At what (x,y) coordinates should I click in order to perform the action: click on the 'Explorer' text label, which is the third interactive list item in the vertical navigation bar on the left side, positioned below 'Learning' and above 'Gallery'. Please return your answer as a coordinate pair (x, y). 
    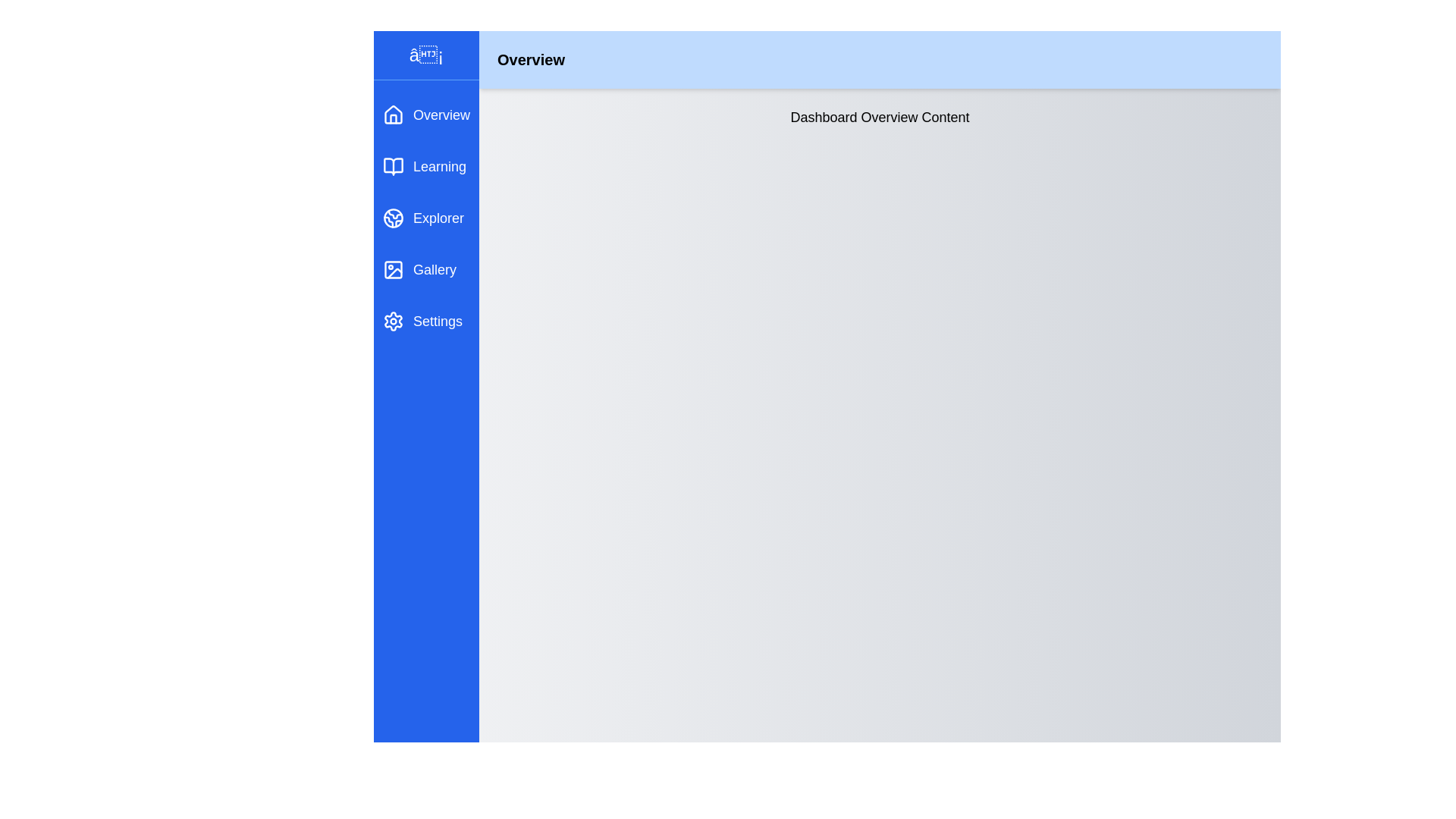
    Looking at the image, I should click on (438, 218).